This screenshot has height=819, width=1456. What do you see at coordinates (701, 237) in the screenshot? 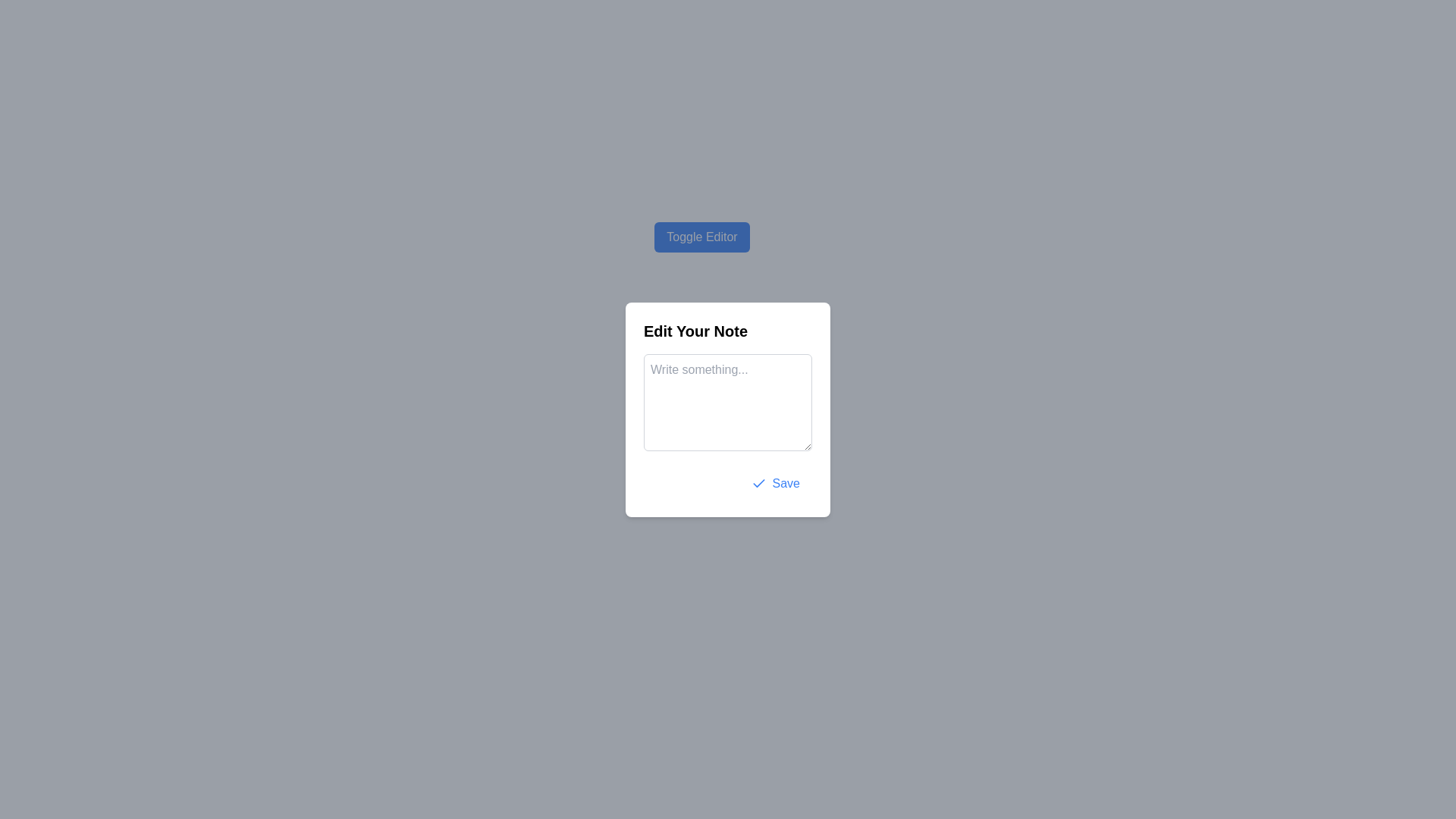
I see `the button that toggles the visibility or state of the editor located just above the 'Edit Your Note' form` at bounding box center [701, 237].